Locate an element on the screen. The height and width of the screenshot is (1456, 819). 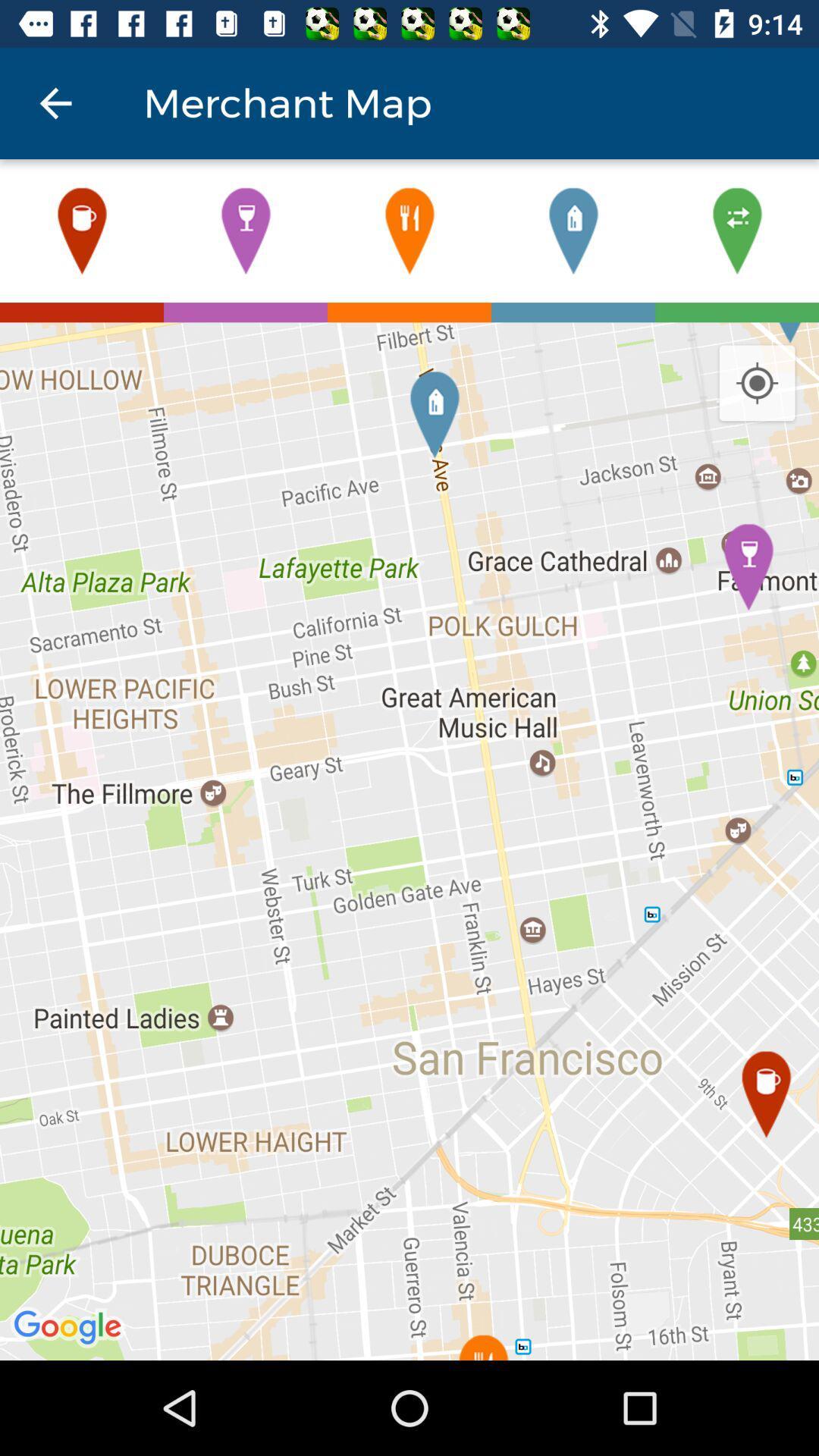
icon to the left of merchant map item is located at coordinates (55, 102).